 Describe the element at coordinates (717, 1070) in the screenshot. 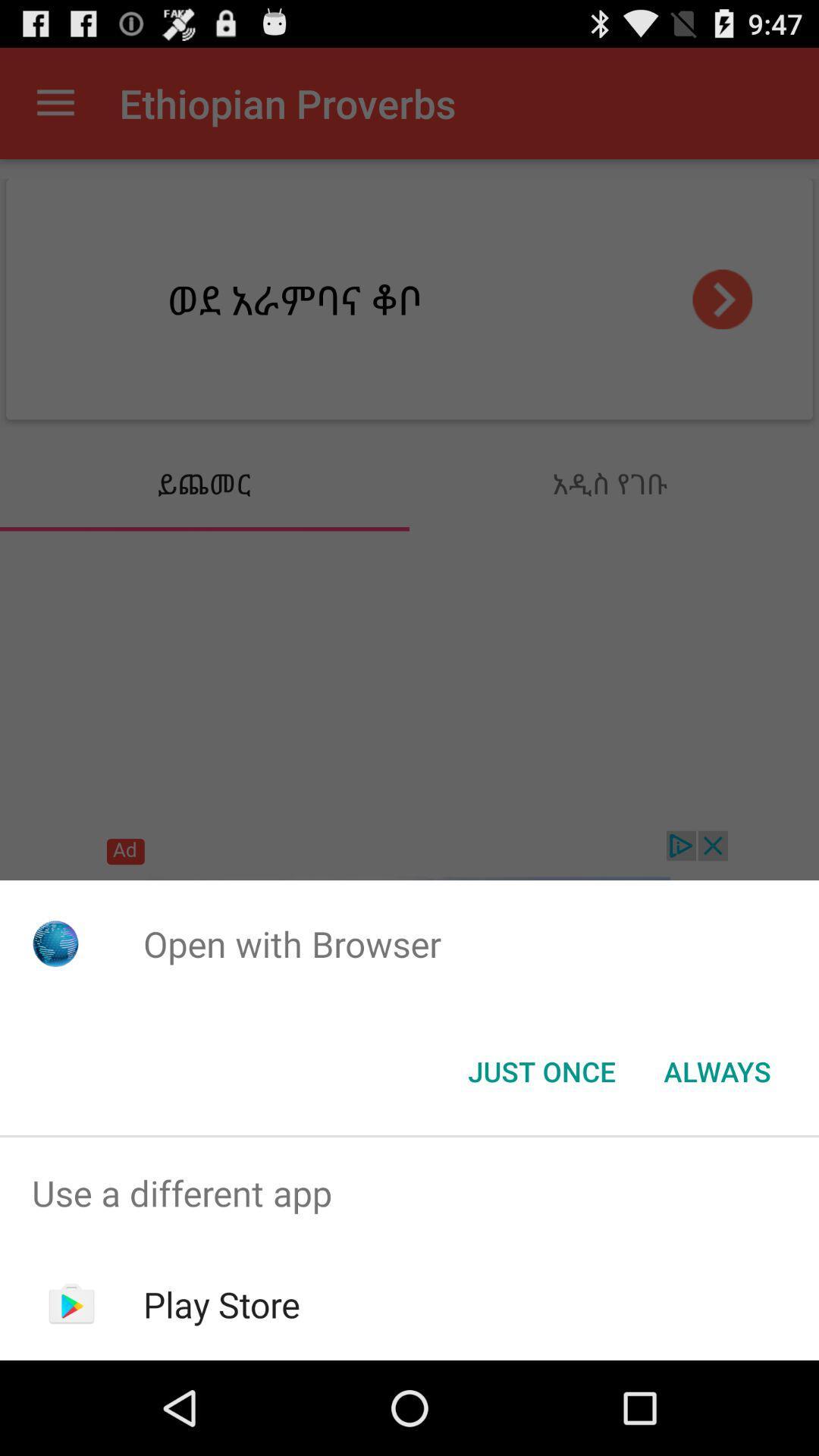

I see `the item below open with browser icon` at that location.